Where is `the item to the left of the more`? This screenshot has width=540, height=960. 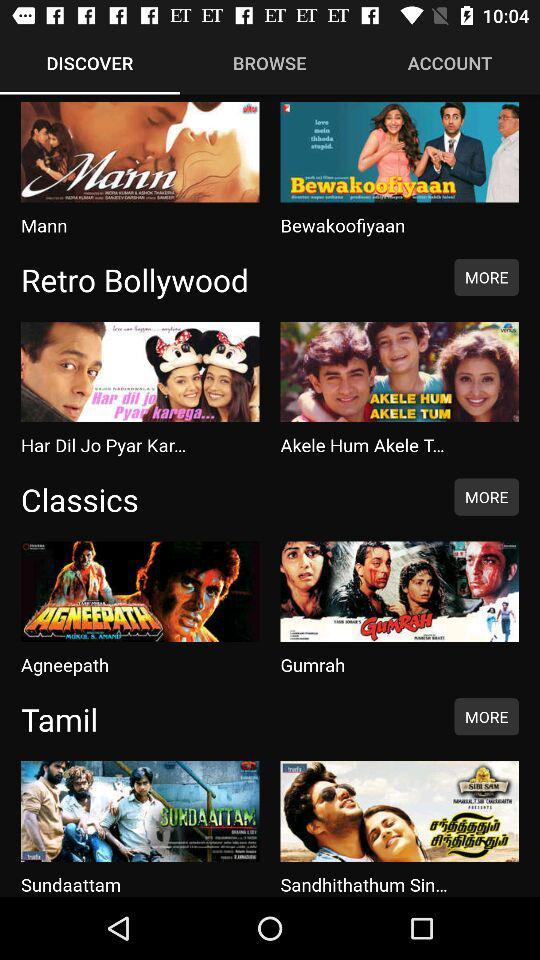 the item to the left of the more is located at coordinates (226, 278).